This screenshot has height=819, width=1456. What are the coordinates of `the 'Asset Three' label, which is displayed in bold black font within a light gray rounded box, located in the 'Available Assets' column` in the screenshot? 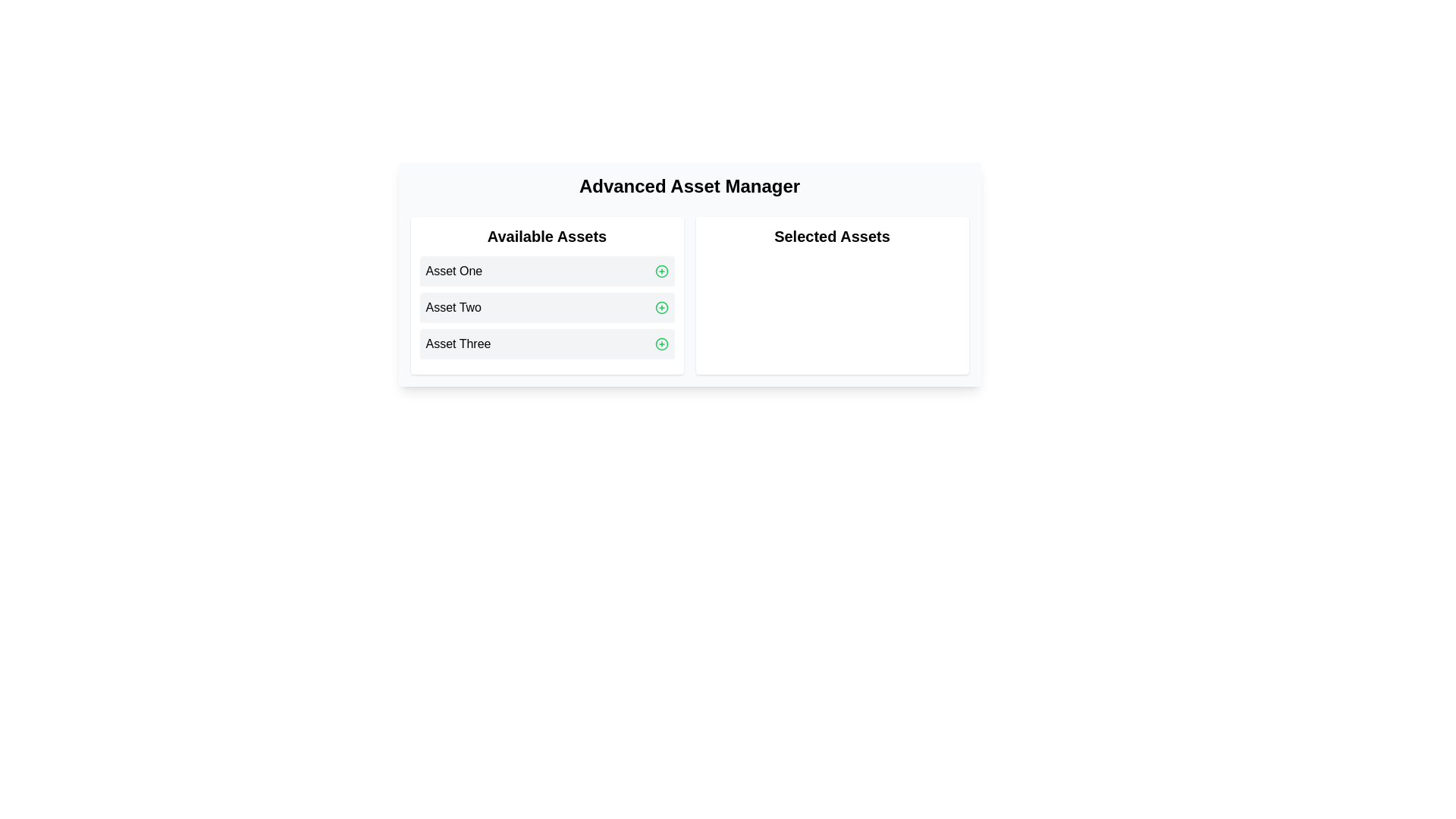 It's located at (457, 344).